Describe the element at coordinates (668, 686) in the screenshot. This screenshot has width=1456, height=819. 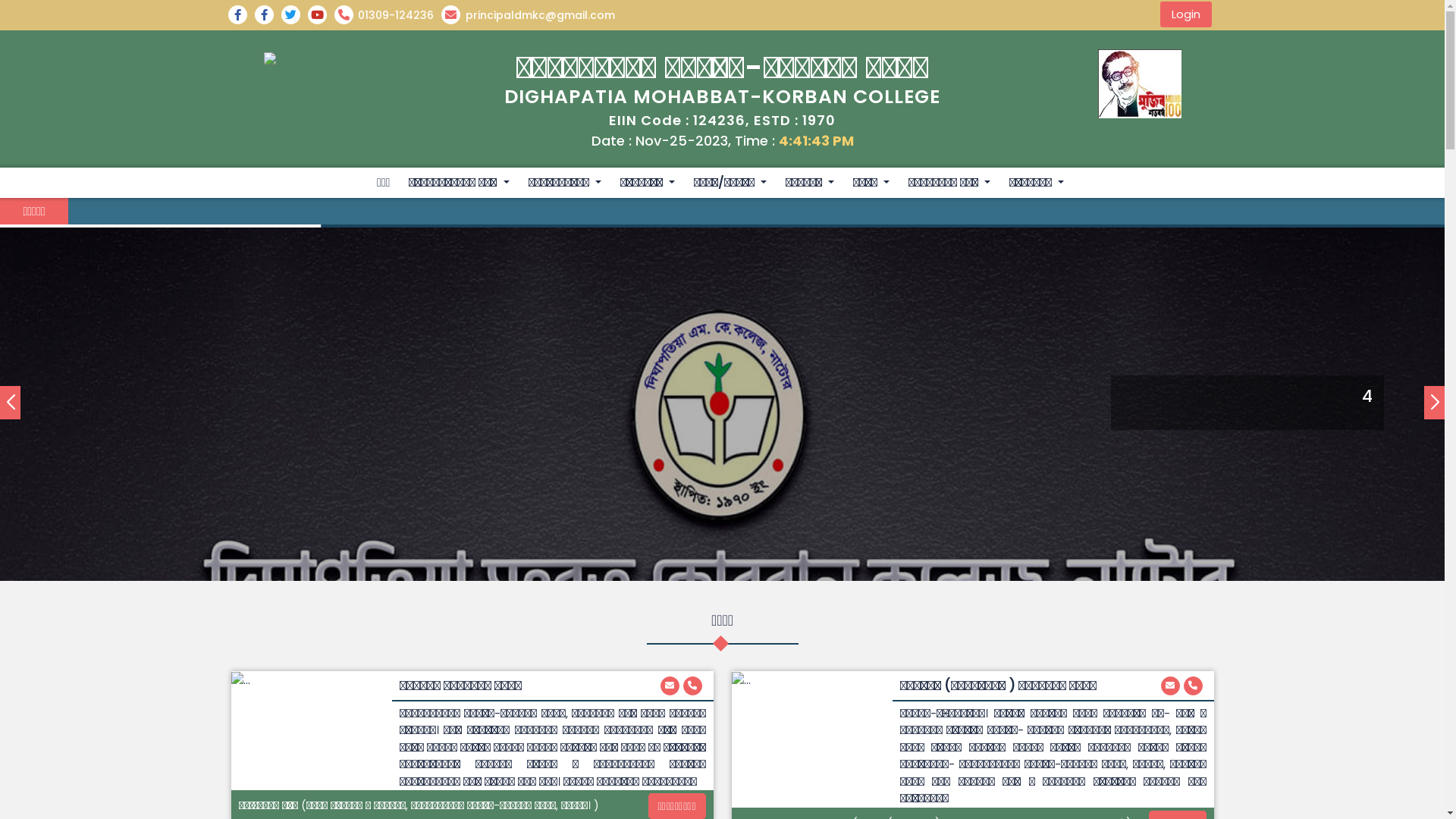
I see `'dcnatore@mopa.gov.bd'` at that location.